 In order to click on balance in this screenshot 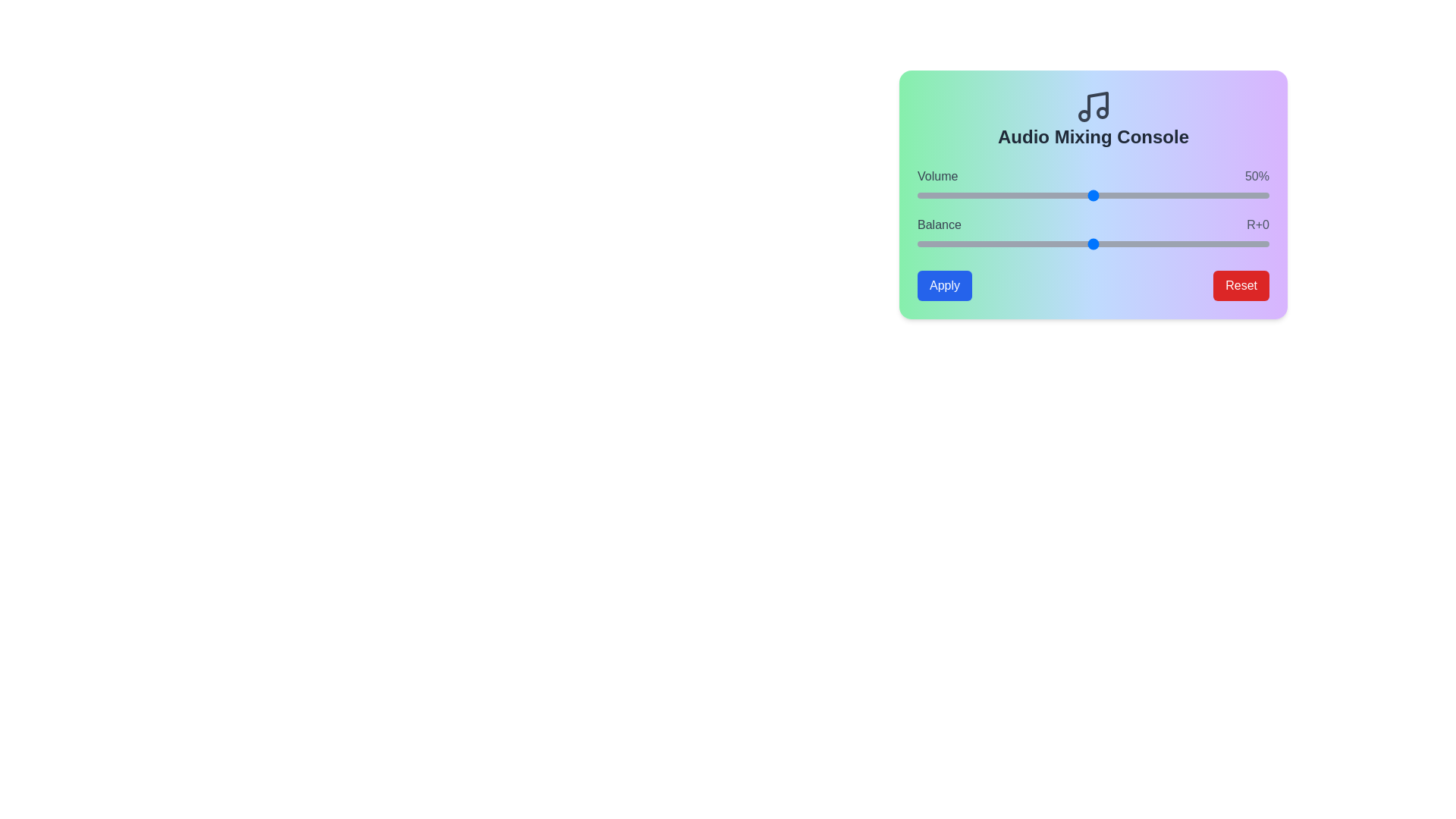, I will do `click(1209, 243)`.